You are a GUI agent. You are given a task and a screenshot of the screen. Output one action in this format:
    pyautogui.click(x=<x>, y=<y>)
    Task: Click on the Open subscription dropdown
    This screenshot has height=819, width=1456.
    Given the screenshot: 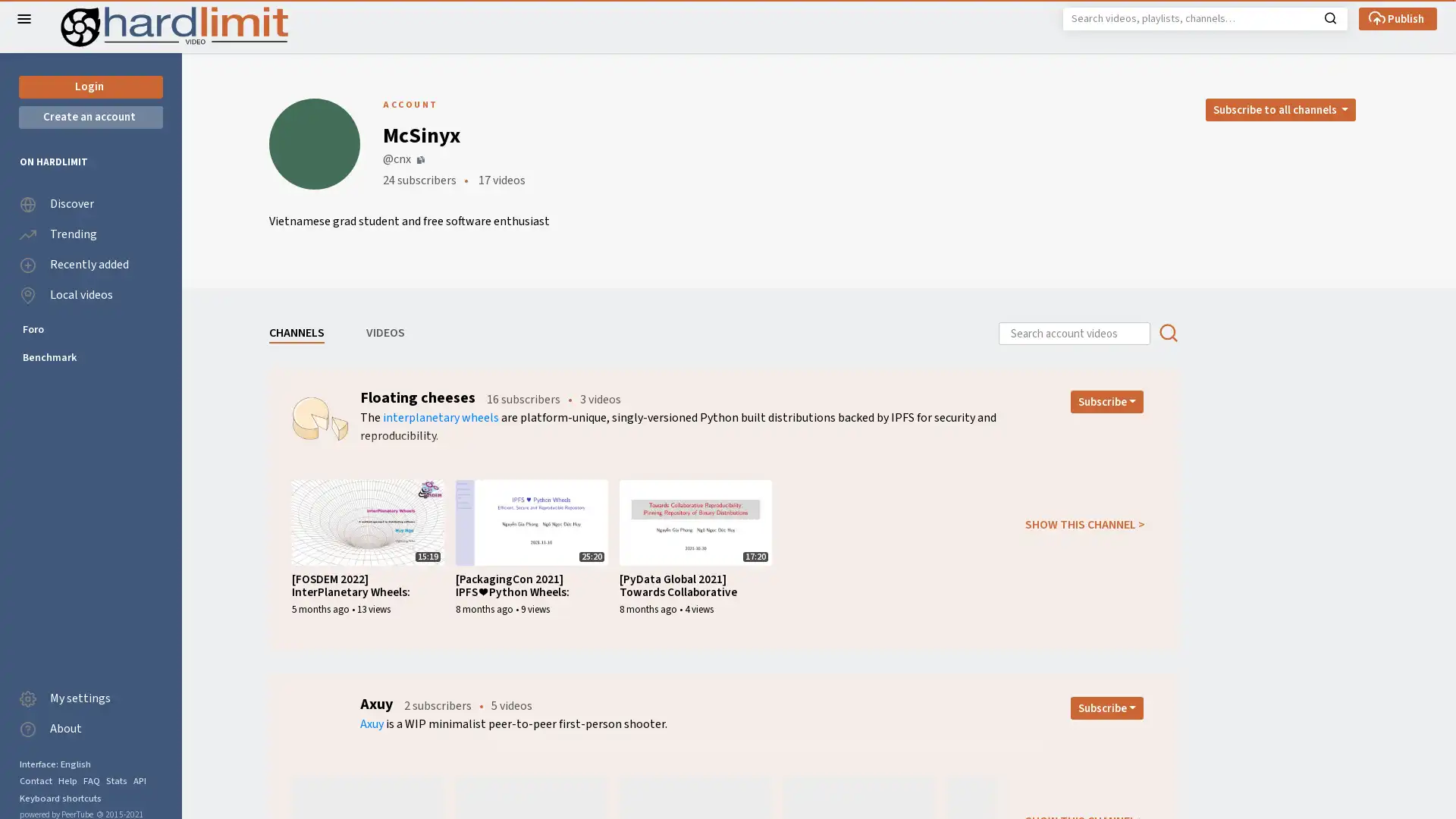 What is the action you would take?
    pyautogui.click(x=1106, y=708)
    